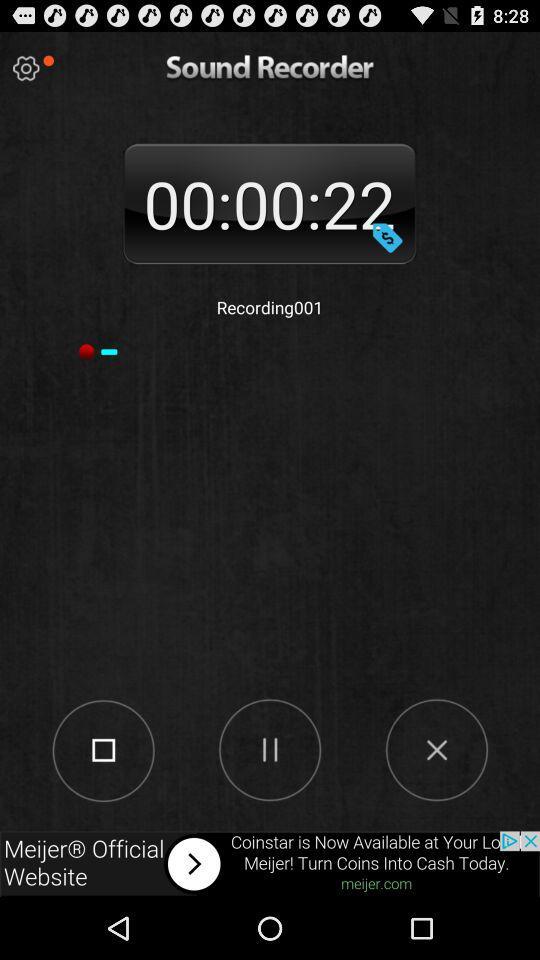 The width and height of the screenshot is (540, 960). What do you see at coordinates (270, 863) in the screenshot?
I see `click advertisement` at bounding box center [270, 863].